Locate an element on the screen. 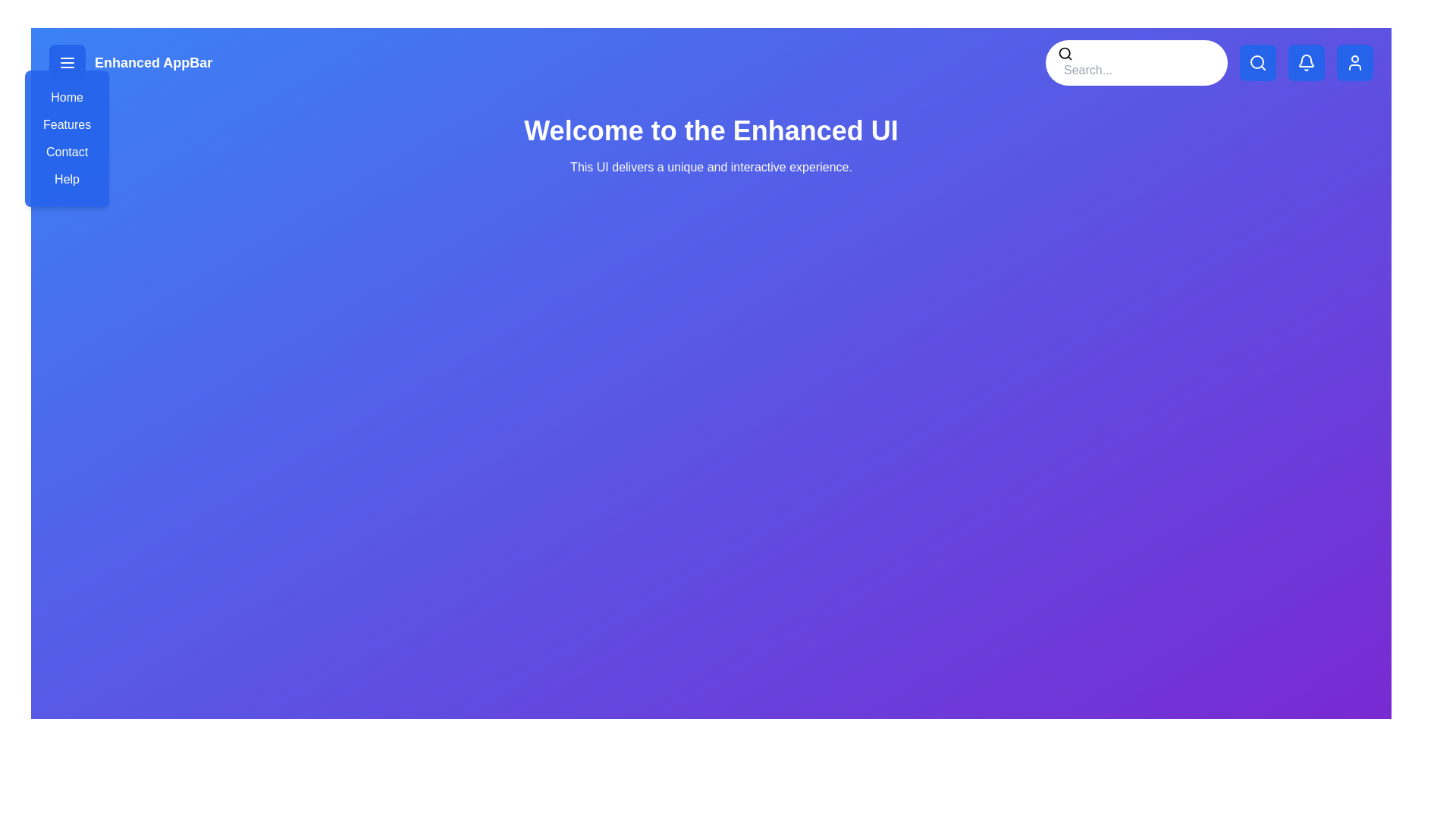  the main content text is located at coordinates (710, 146).